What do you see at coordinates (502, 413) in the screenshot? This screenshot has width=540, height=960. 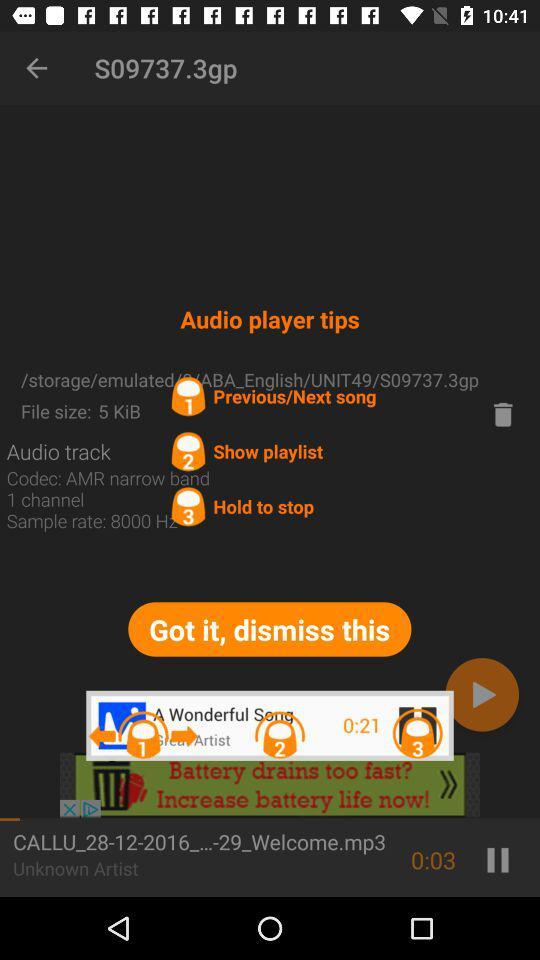 I see `because back devicer` at bounding box center [502, 413].